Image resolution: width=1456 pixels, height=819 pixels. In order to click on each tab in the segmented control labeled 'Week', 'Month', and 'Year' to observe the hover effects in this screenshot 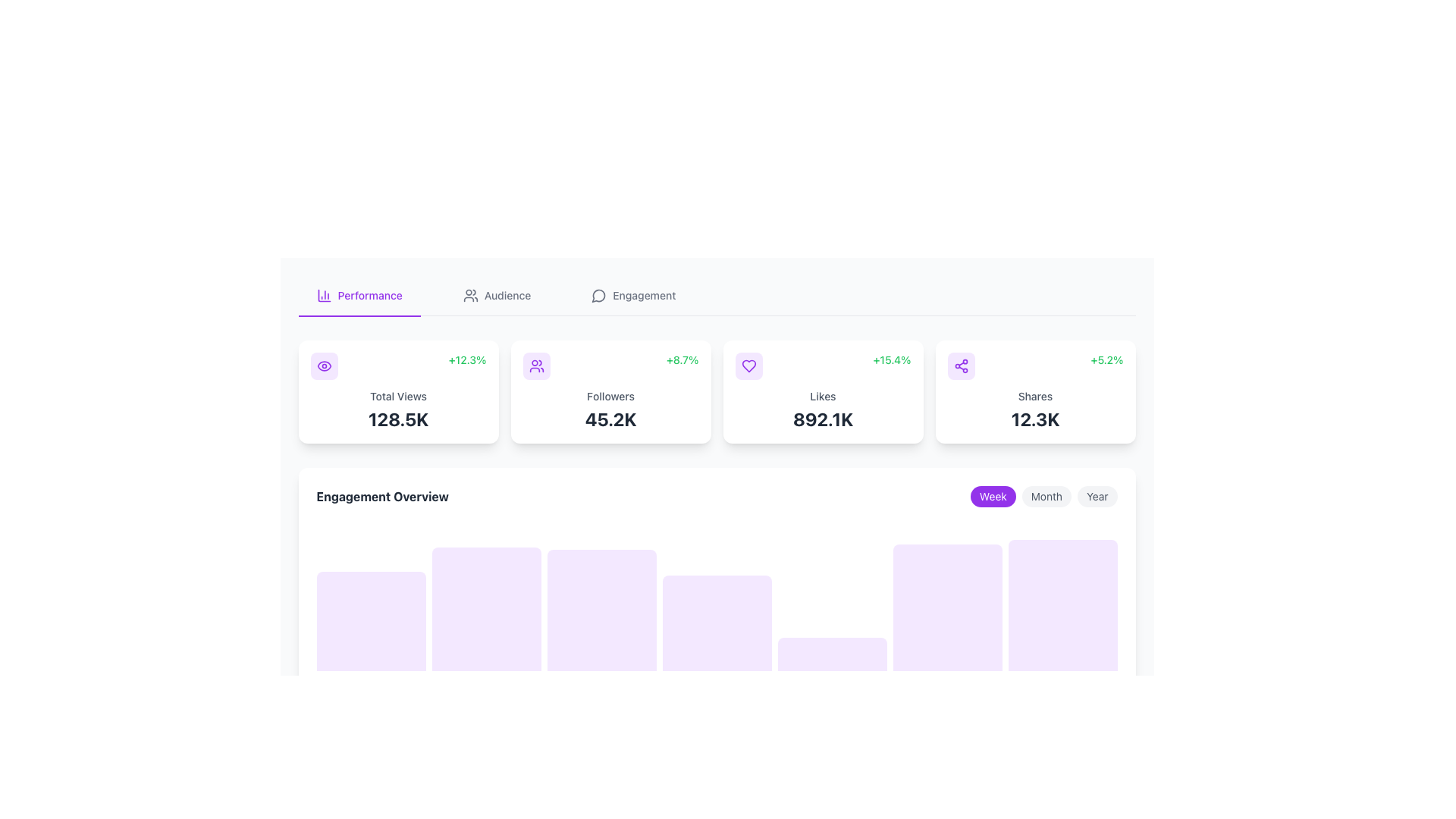, I will do `click(1043, 497)`.